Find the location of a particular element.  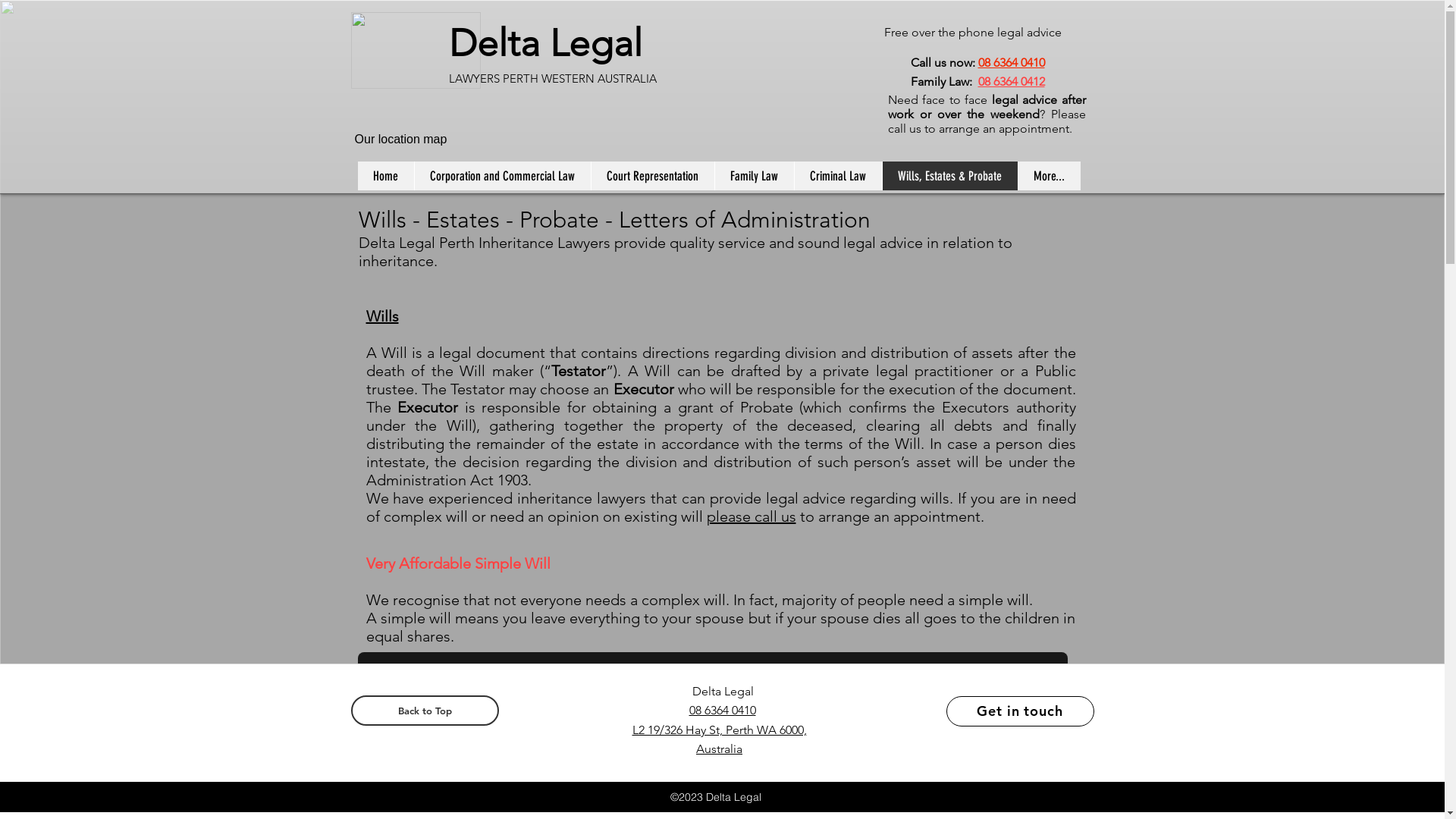

'please call us' is located at coordinates (751, 516).